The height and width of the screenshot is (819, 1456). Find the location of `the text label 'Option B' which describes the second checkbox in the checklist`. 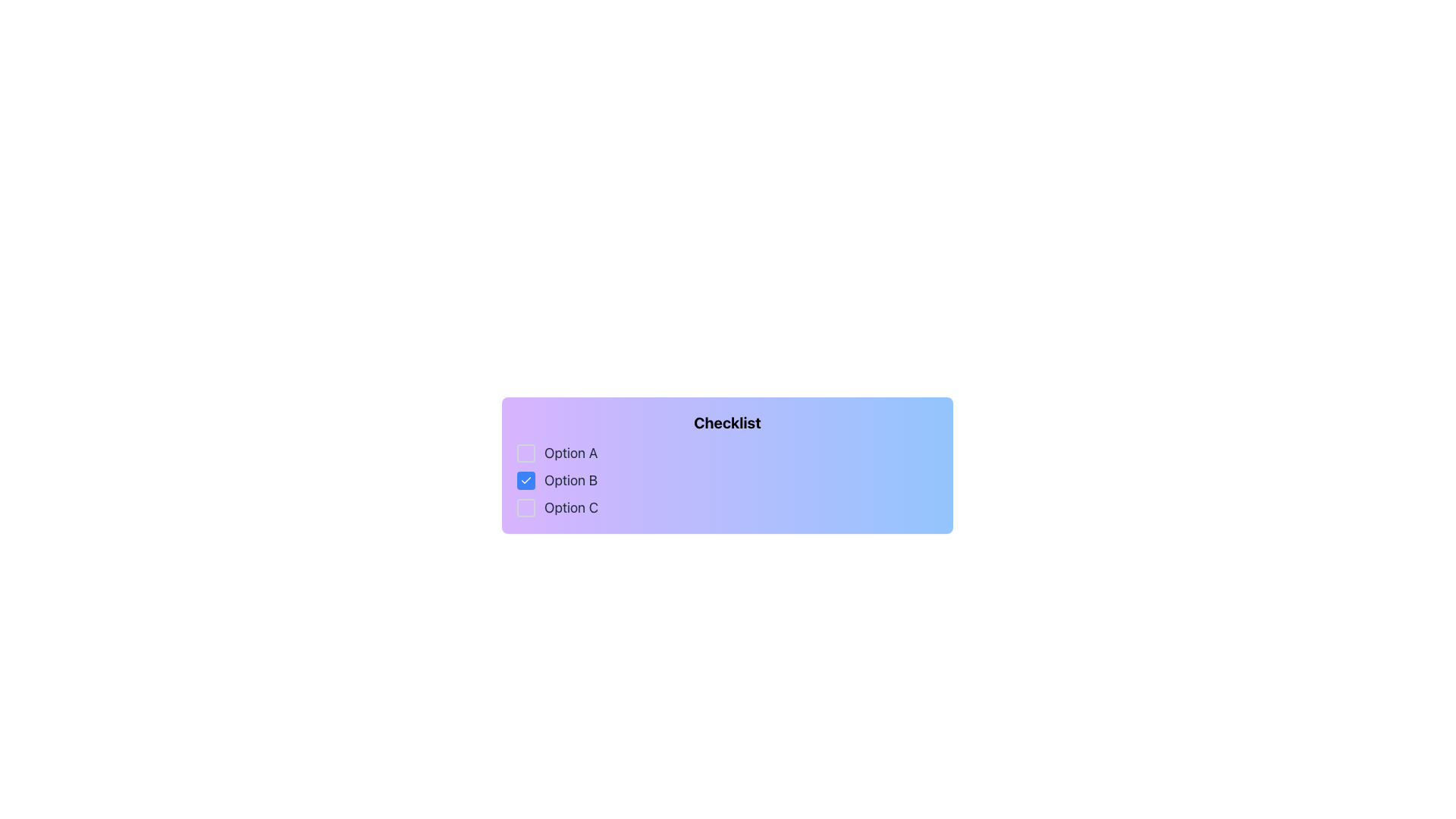

the text label 'Option B' which describes the second checkbox in the checklist is located at coordinates (570, 480).